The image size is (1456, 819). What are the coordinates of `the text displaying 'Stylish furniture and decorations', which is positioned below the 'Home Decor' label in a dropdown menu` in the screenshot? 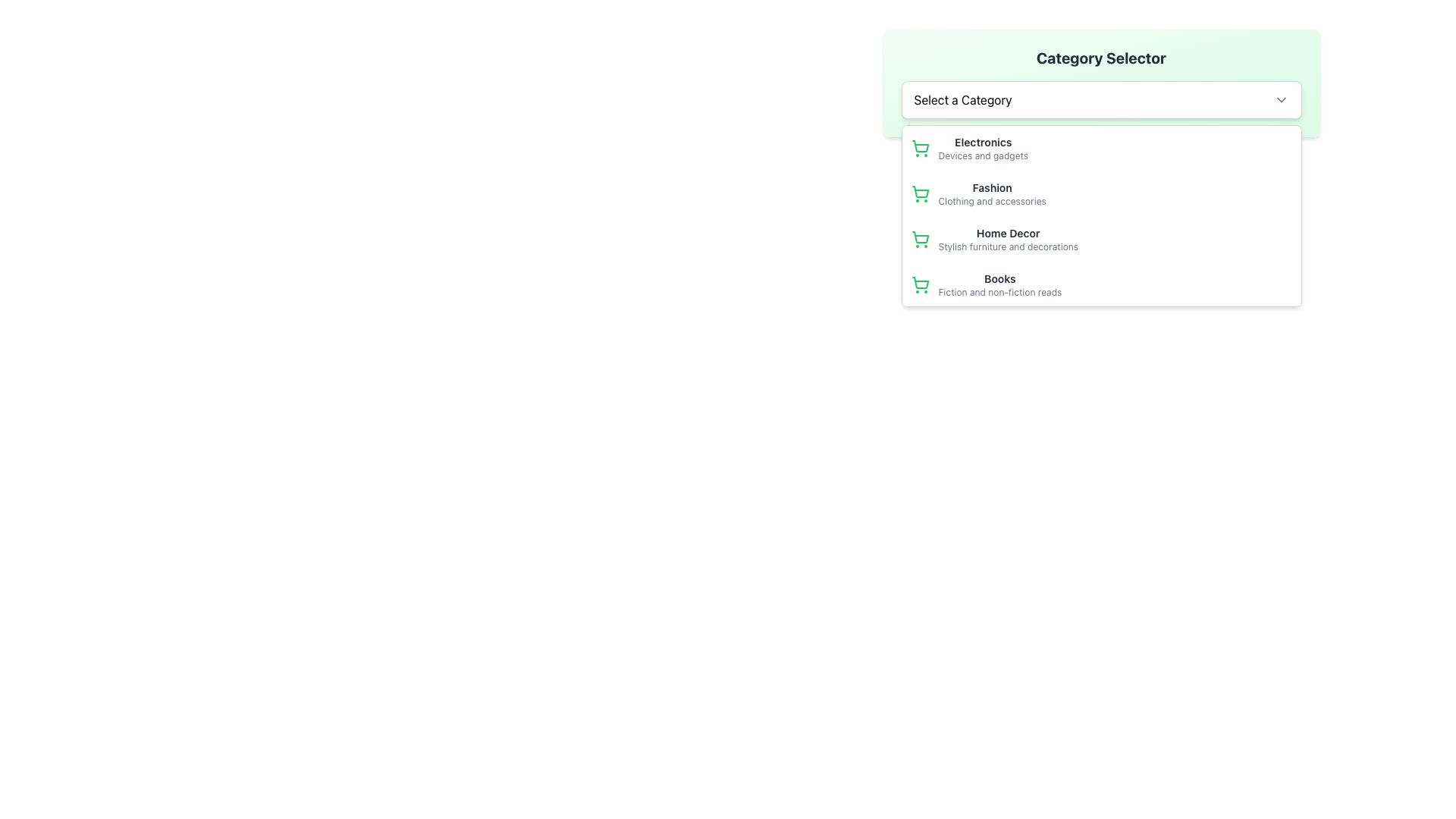 It's located at (1008, 246).